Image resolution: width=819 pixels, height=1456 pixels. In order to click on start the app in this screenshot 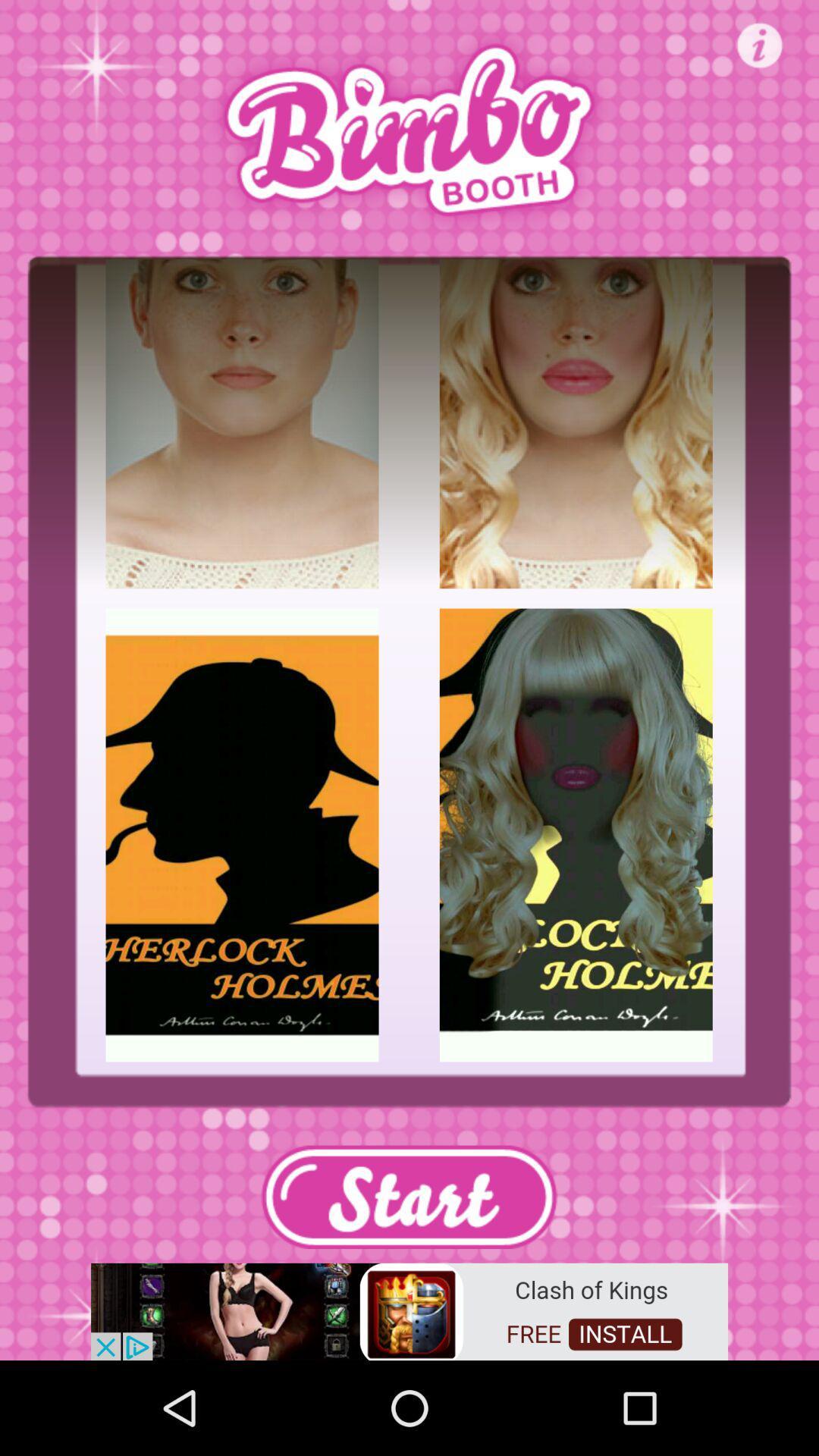, I will do `click(408, 1196)`.